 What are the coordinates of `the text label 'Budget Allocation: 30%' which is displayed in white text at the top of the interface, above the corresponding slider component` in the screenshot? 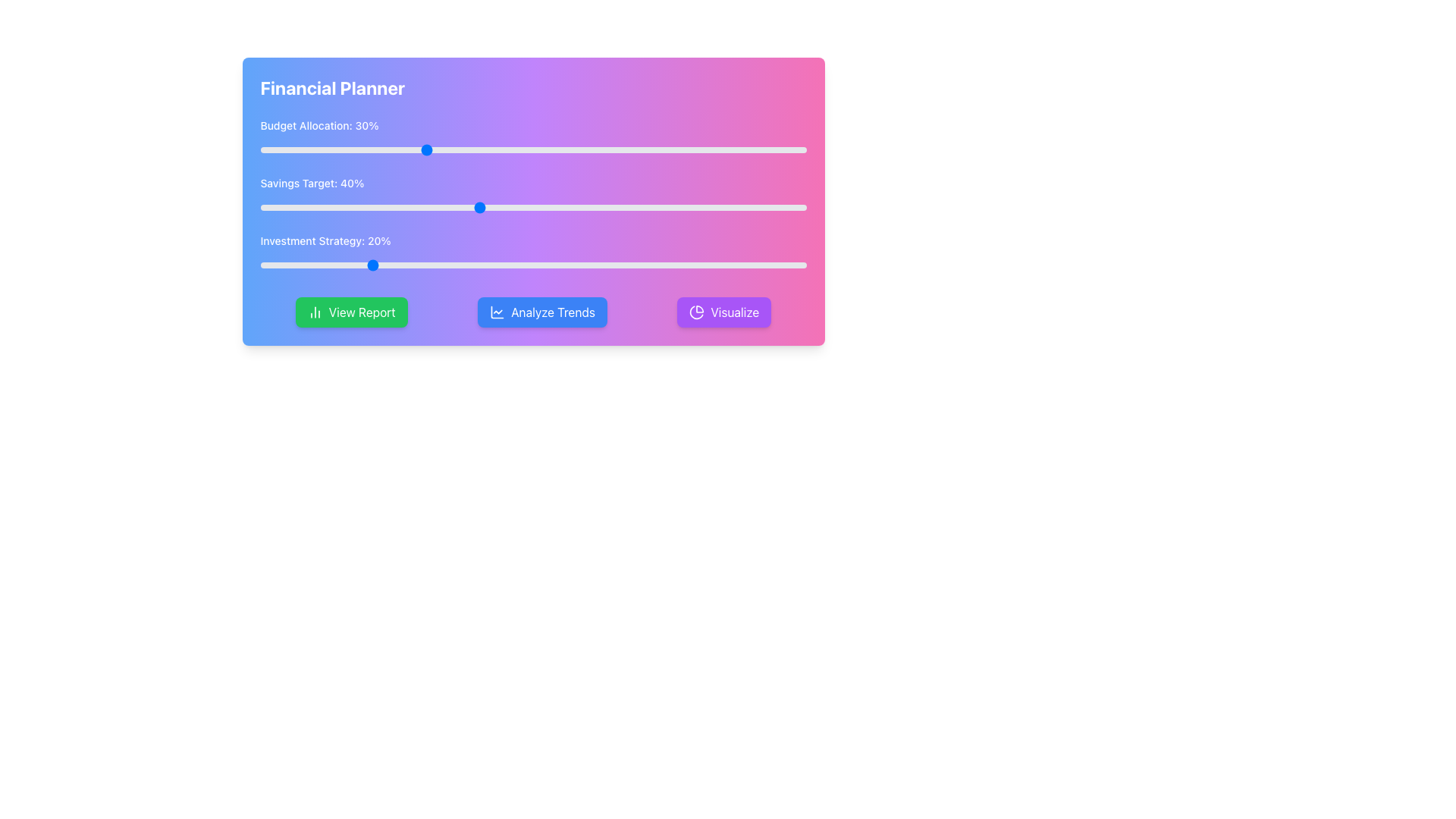 It's located at (533, 124).